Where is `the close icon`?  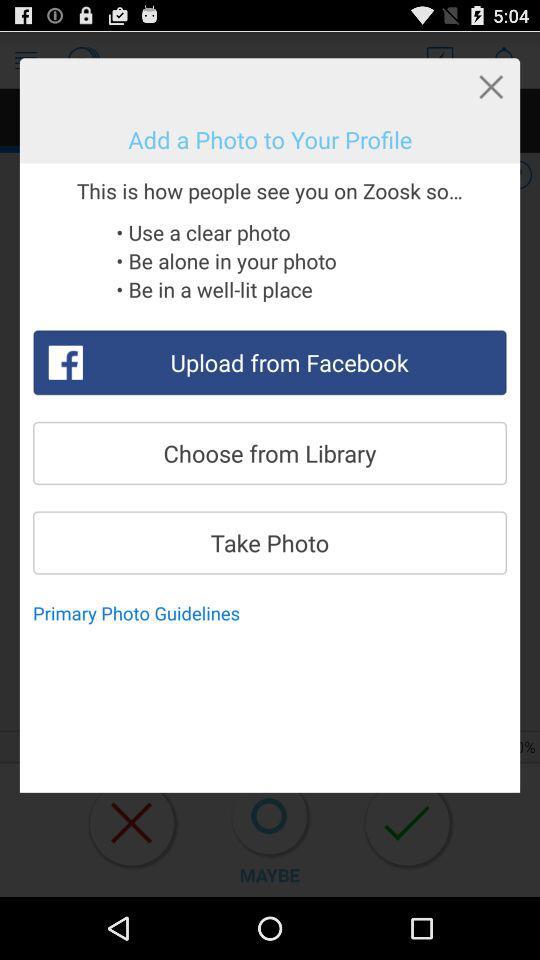 the close icon is located at coordinates (490, 92).